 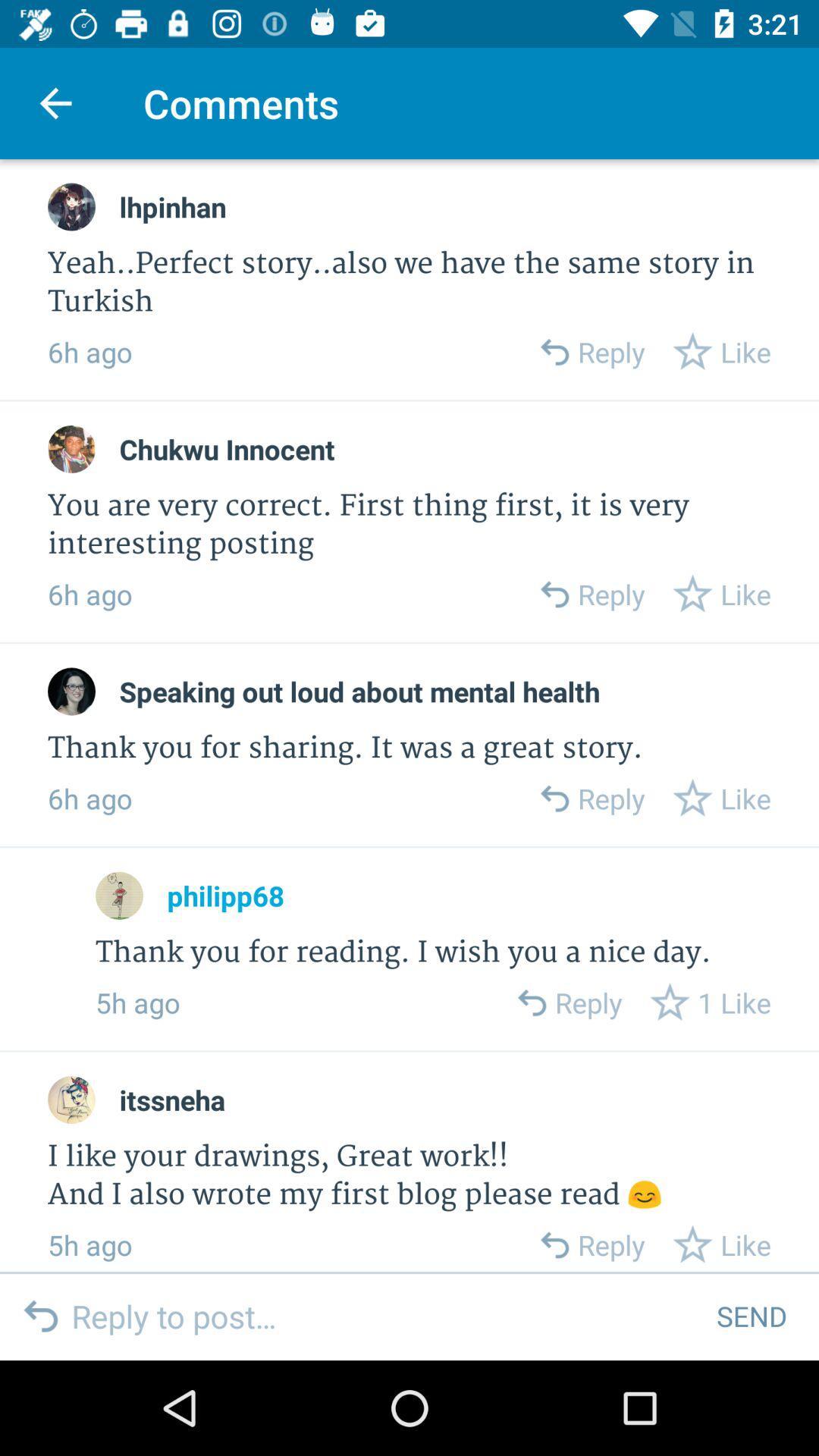 I want to click on reply to this comment, so click(x=530, y=1003).